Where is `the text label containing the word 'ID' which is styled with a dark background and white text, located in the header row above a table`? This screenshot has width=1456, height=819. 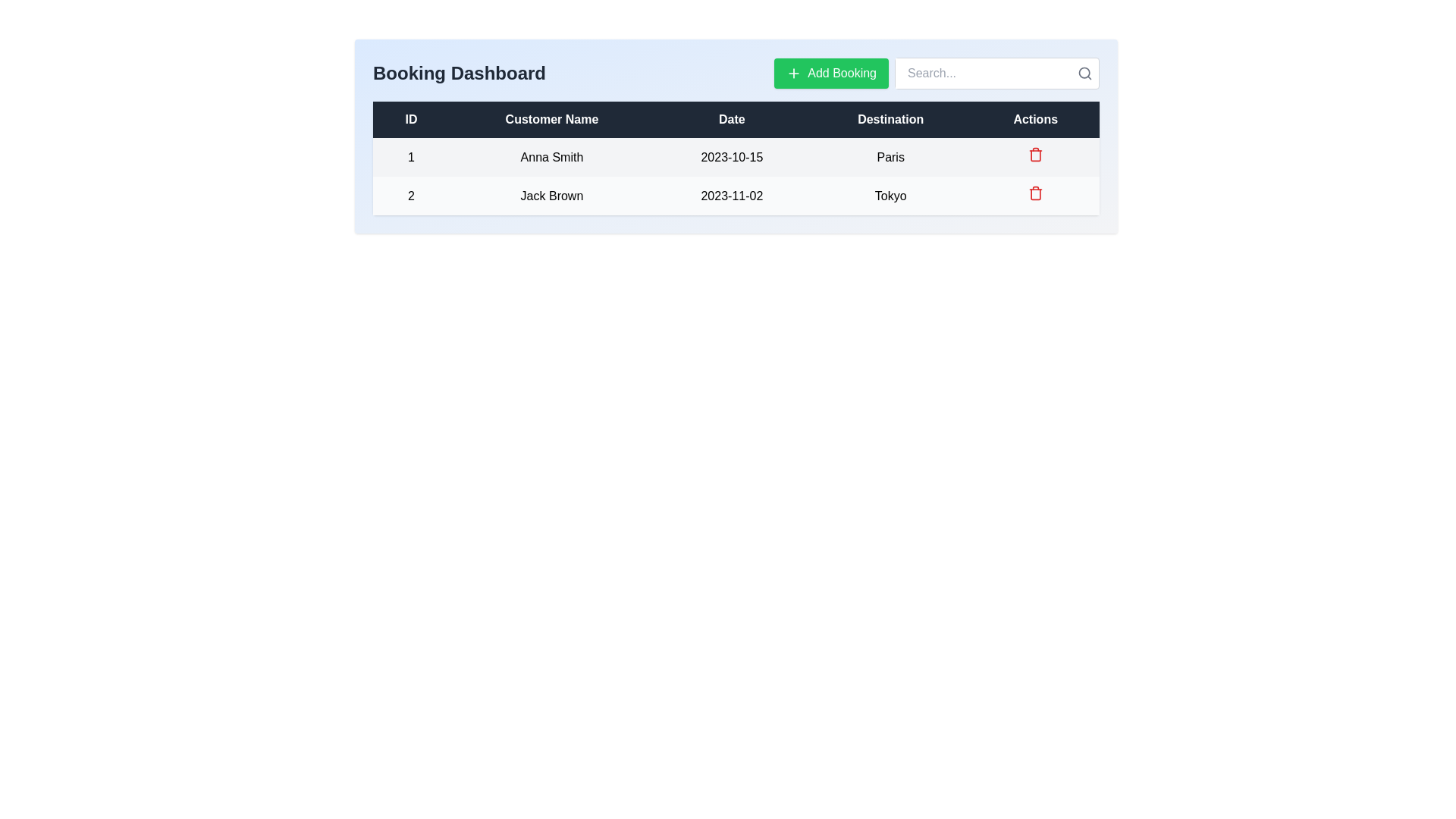 the text label containing the word 'ID' which is styled with a dark background and white text, located in the header row above a table is located at coordinates (411, 119).